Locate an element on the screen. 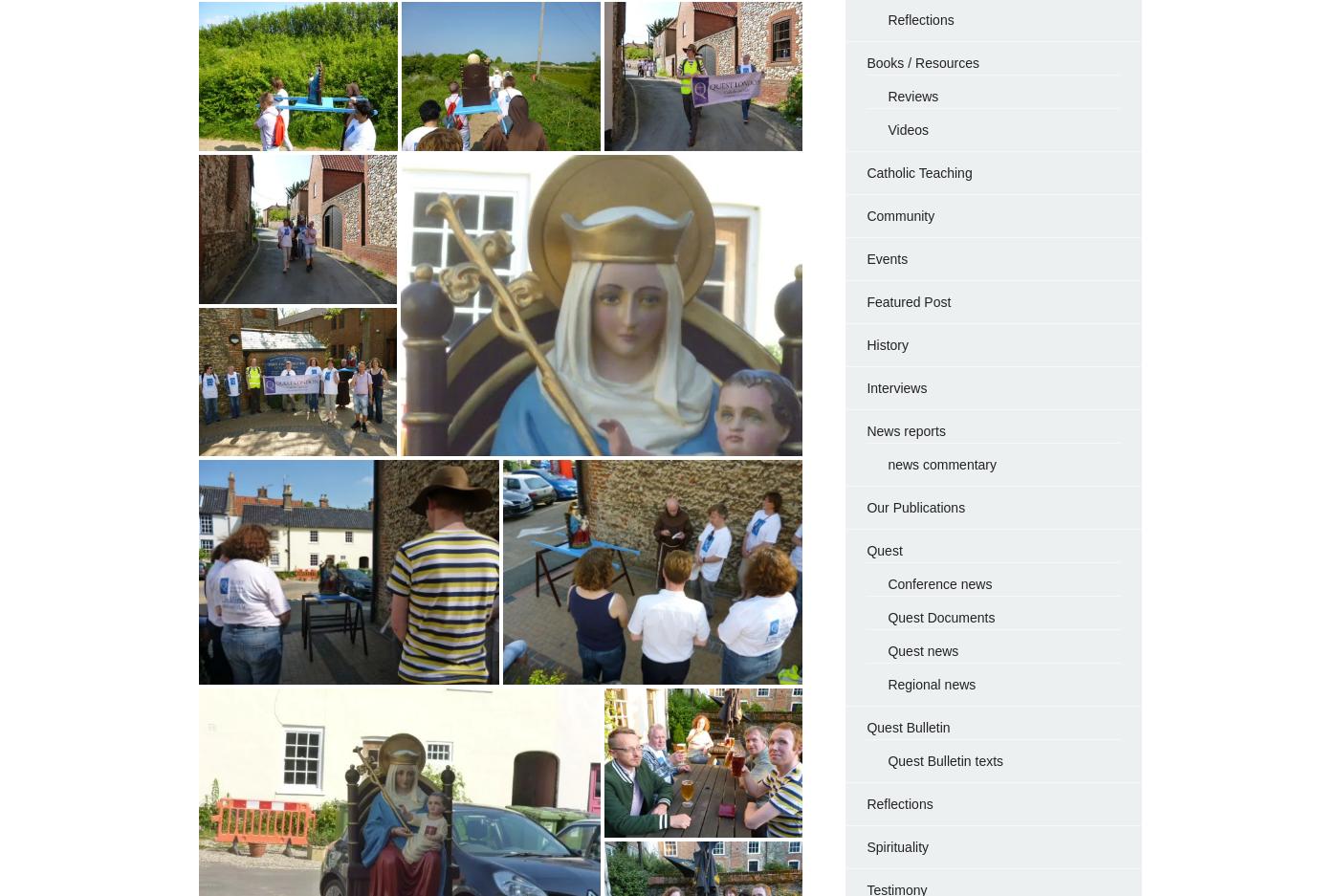 This screenshot has height=896, width=1339. 'Spirituality' is located at coordinates (866, 844).